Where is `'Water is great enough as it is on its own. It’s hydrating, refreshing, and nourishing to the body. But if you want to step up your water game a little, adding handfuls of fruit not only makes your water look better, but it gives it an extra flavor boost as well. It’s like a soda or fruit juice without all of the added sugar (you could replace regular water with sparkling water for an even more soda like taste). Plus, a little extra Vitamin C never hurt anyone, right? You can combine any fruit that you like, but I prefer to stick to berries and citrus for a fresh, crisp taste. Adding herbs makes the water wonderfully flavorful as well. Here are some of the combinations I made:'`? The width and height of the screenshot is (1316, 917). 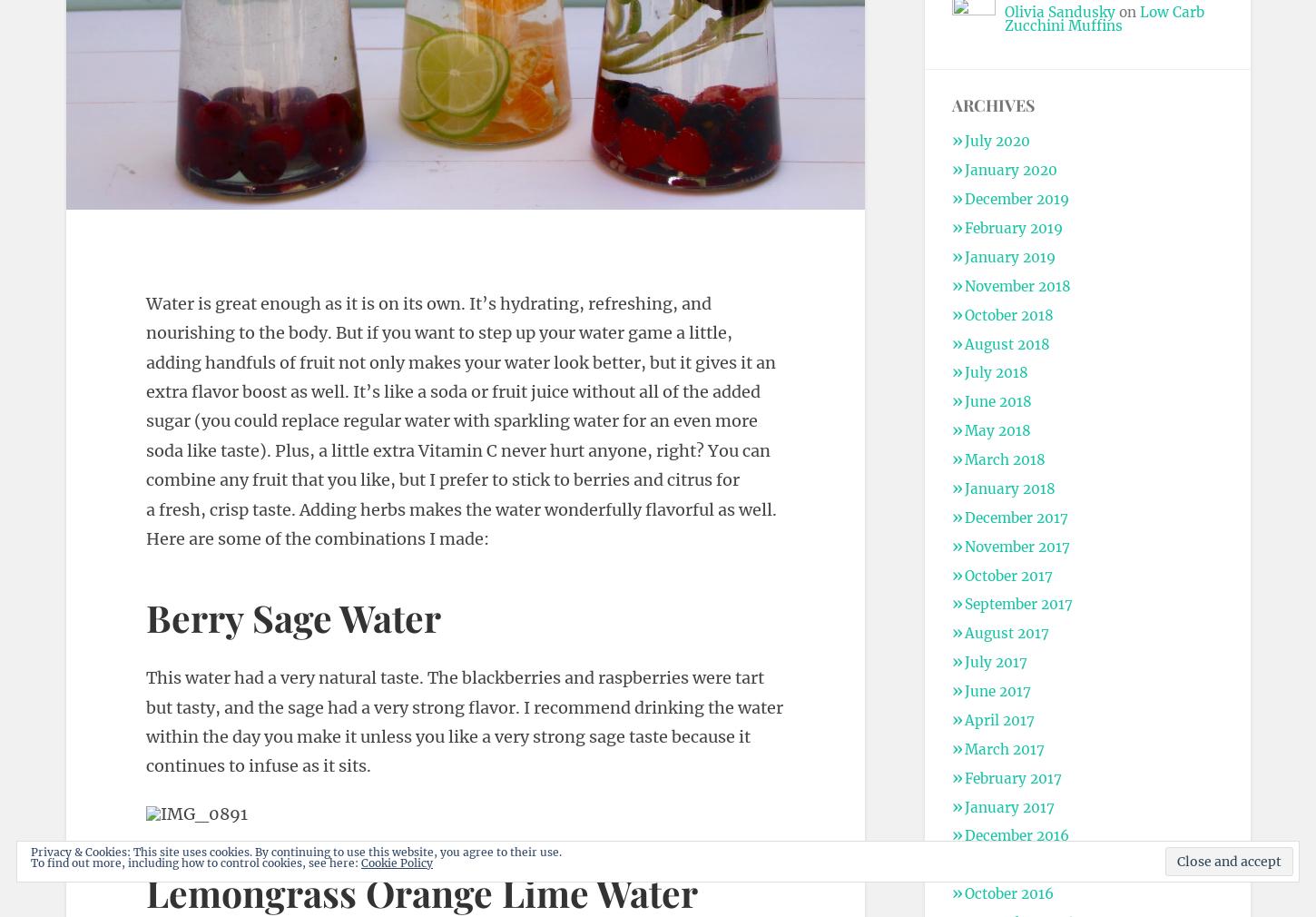
'Water is great enough as it is on its own. It’s hydrating, refreshing, and nourishing to the body. But if you want to step up your water game a little, adding handfuls of fruit not only makes your water look better, but it gives it an extra flavor boost as well. It’s like a soda or fruit juice without all of the added sugar (you could replace regular water with sparkling water for an even more soda like taste). Plus, a little extra Vitamin C never hurt anyone, right? You can combine any fruit that you like, but I prefer to stick to berries and citrus for a fresh, crisp taste. Adding herbs makes the water wonderfully flavorful as well. Here are some of the combinations I made:' is located at coordinates (460, 419).